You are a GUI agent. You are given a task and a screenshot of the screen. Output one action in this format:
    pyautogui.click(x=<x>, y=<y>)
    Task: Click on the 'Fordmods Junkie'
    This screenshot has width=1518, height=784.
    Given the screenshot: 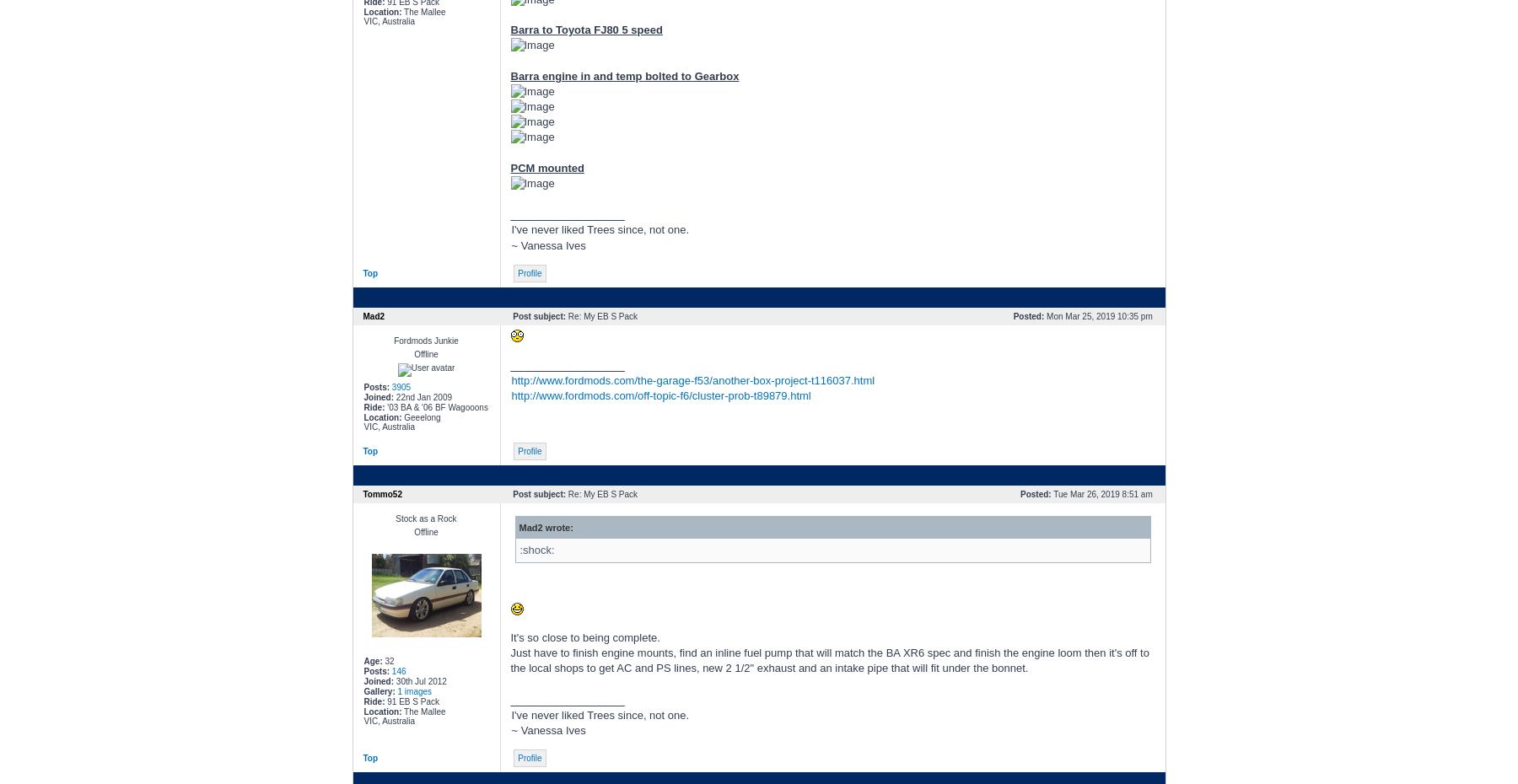 What is the action you would take?
    pyautogui.click(x=425, y=340)
    